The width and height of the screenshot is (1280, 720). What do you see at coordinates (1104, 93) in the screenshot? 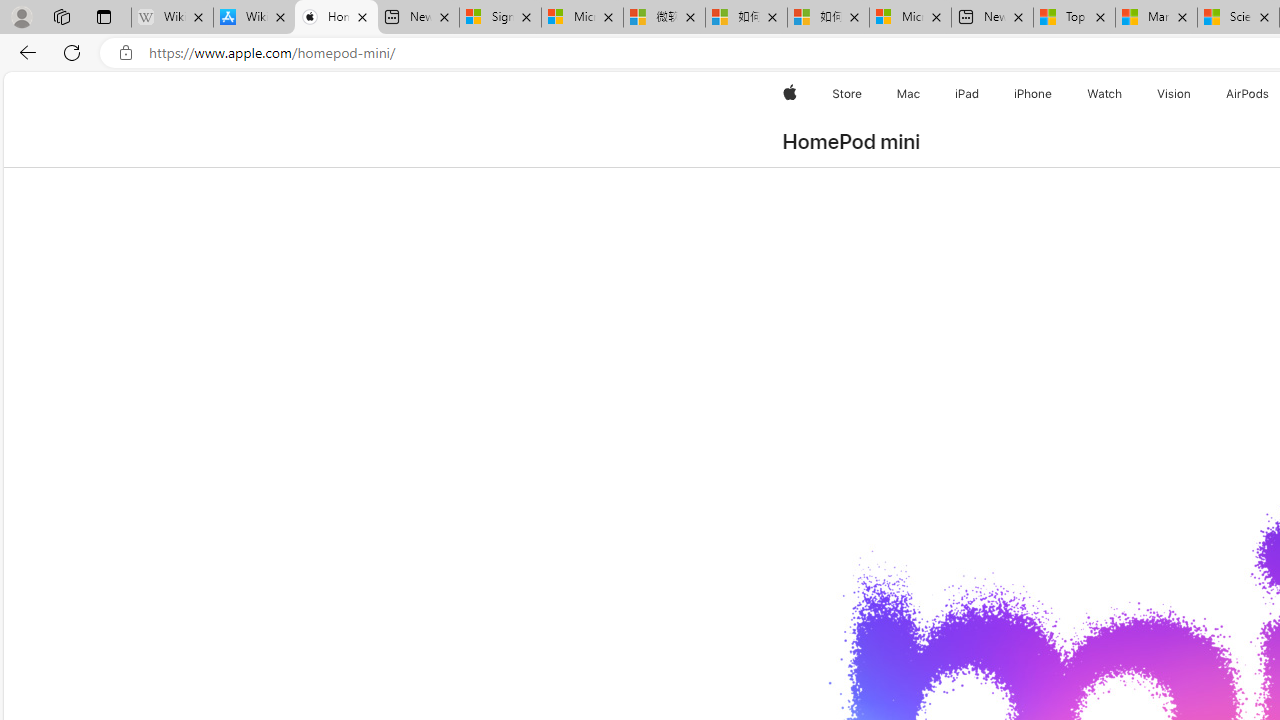
I see `'Watch'` at bounding box center [1104, 93].